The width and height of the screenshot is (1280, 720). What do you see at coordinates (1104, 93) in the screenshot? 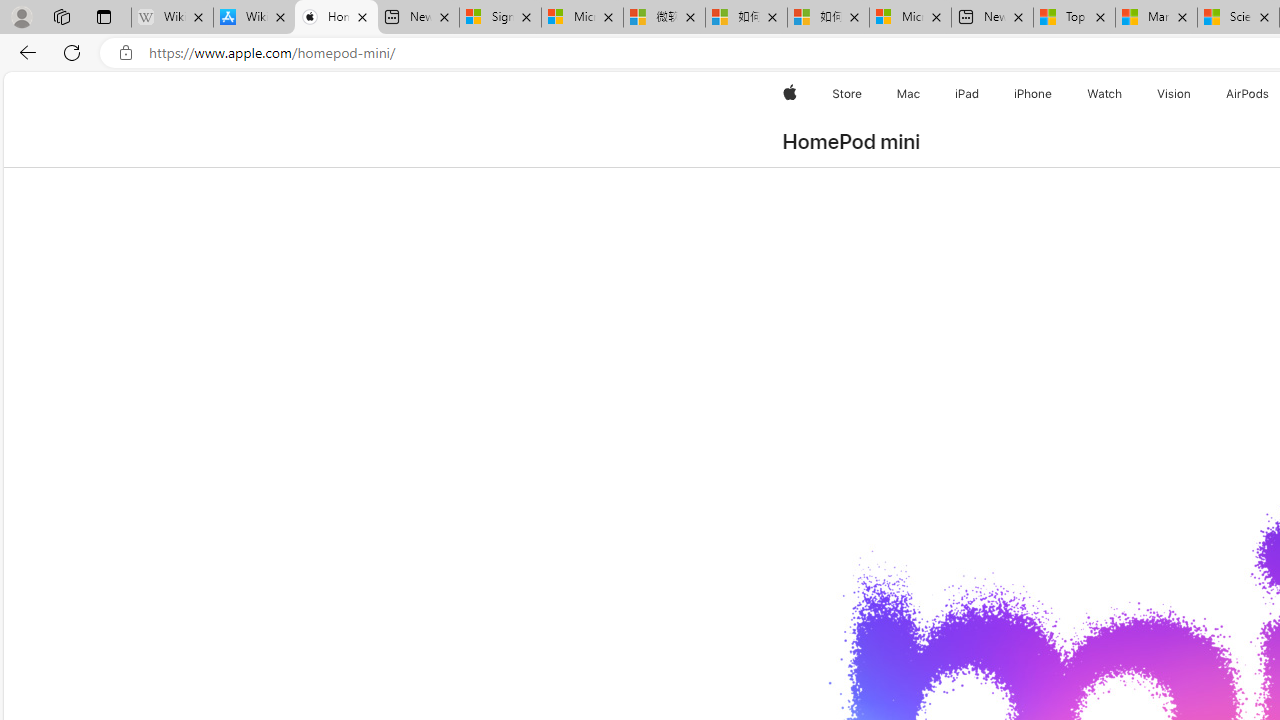
I see `'Watch'` at bounding box center [1104, 93].